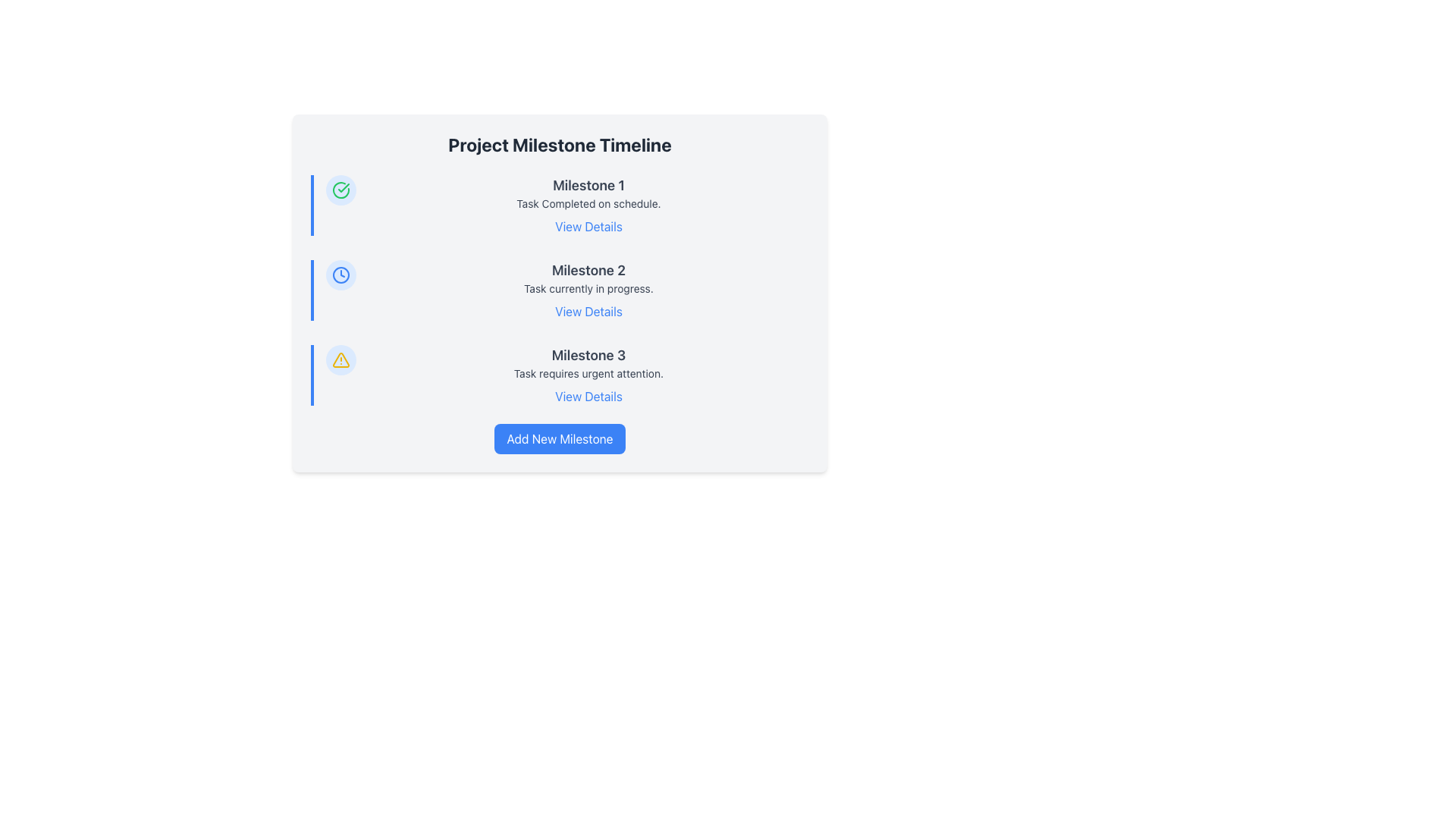 The image size is (1456, 819). What do you see at coordinates (588, 356) in the screenshot?
I see `the descriptive text label indicating the title of the milestone, located at the center of the third milestone card` at bounding box center [588, 356].